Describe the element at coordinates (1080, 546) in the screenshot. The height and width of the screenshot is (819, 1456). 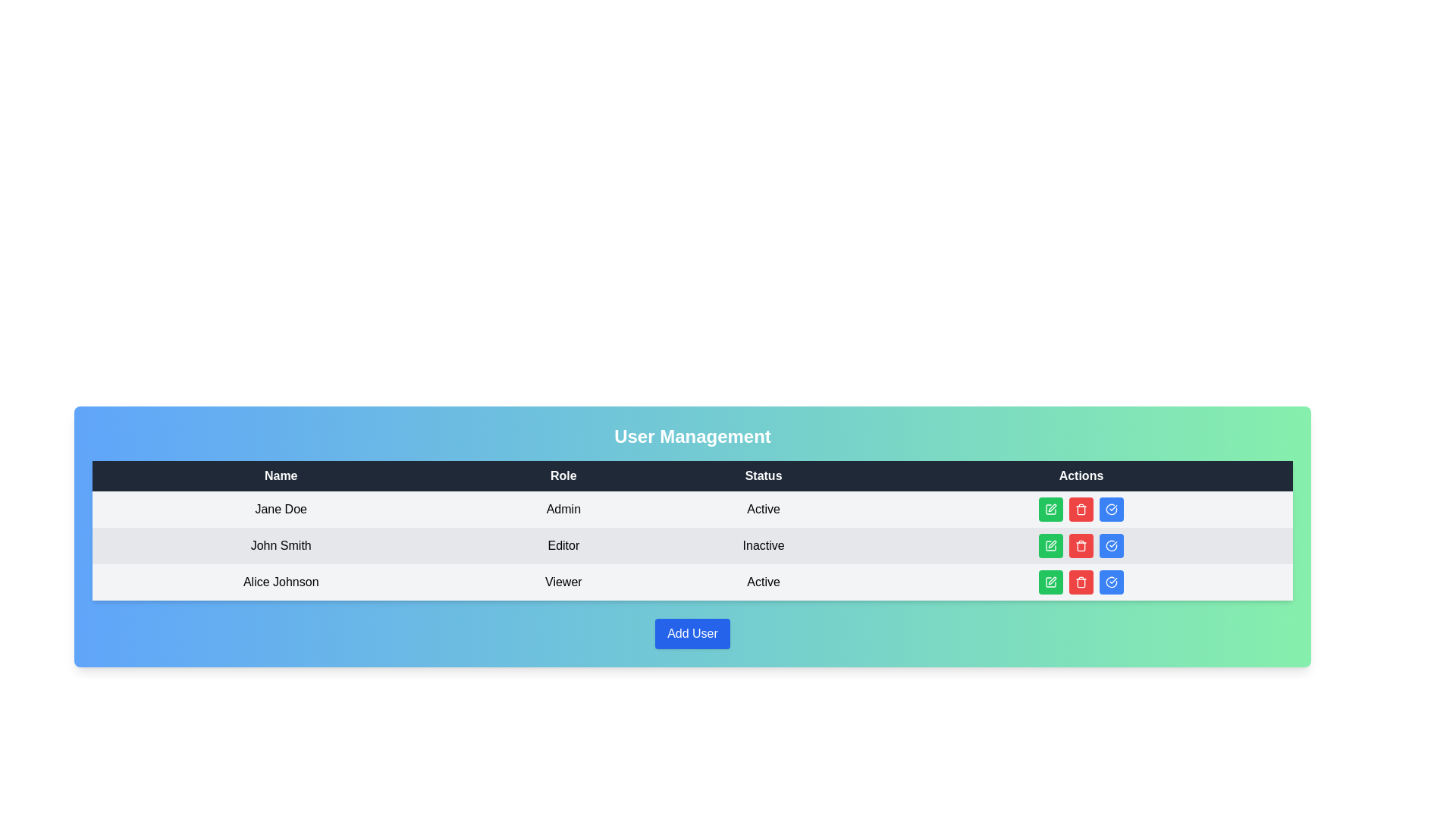
I see `the red trash can icon within the delete button in the actions column for the user 'John Smith'` at that location.